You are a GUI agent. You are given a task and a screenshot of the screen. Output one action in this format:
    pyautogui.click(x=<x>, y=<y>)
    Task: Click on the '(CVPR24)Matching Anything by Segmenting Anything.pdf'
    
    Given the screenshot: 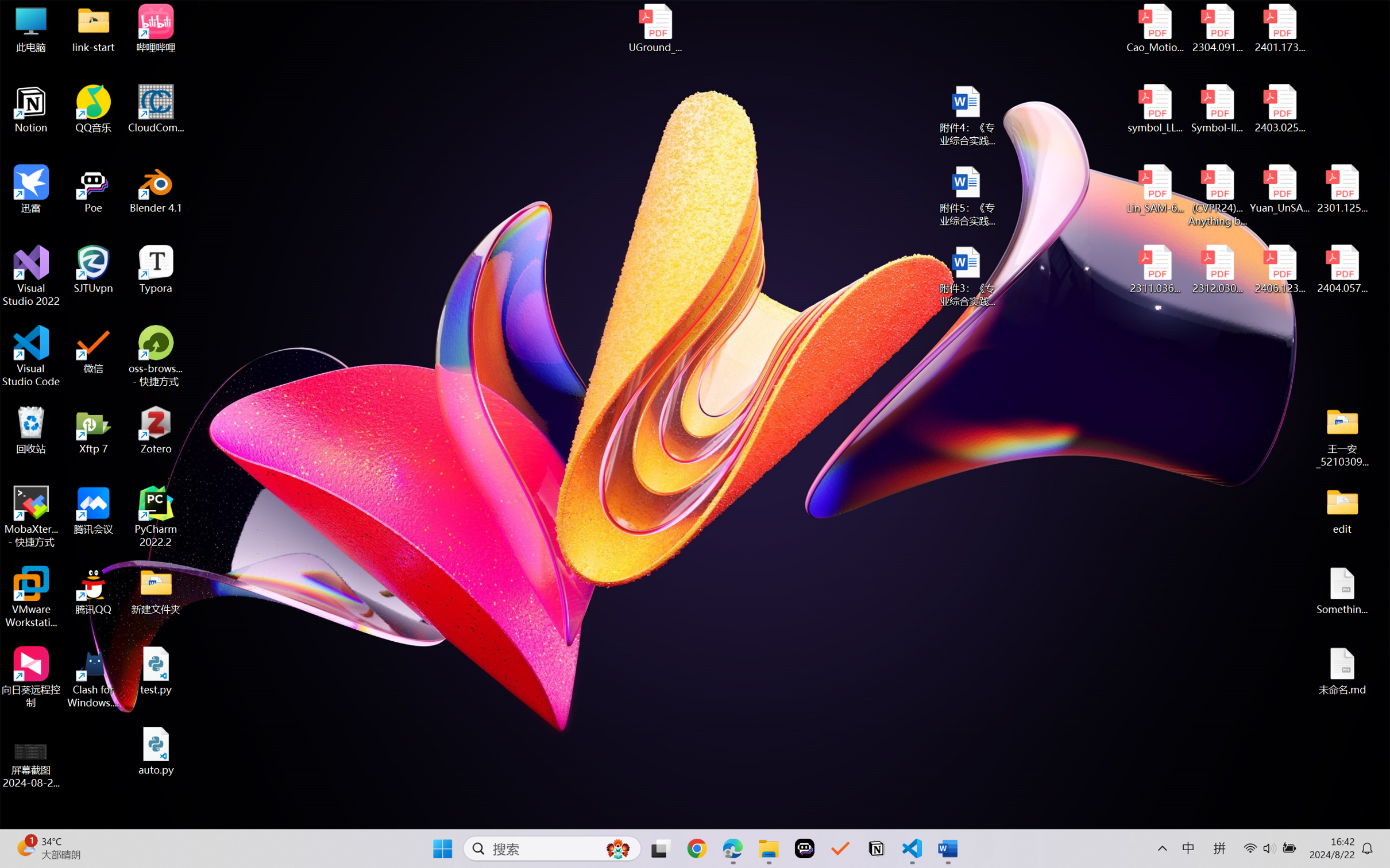 What is the action you would take?
    pyautogui.click(x=1217, y=195)
    